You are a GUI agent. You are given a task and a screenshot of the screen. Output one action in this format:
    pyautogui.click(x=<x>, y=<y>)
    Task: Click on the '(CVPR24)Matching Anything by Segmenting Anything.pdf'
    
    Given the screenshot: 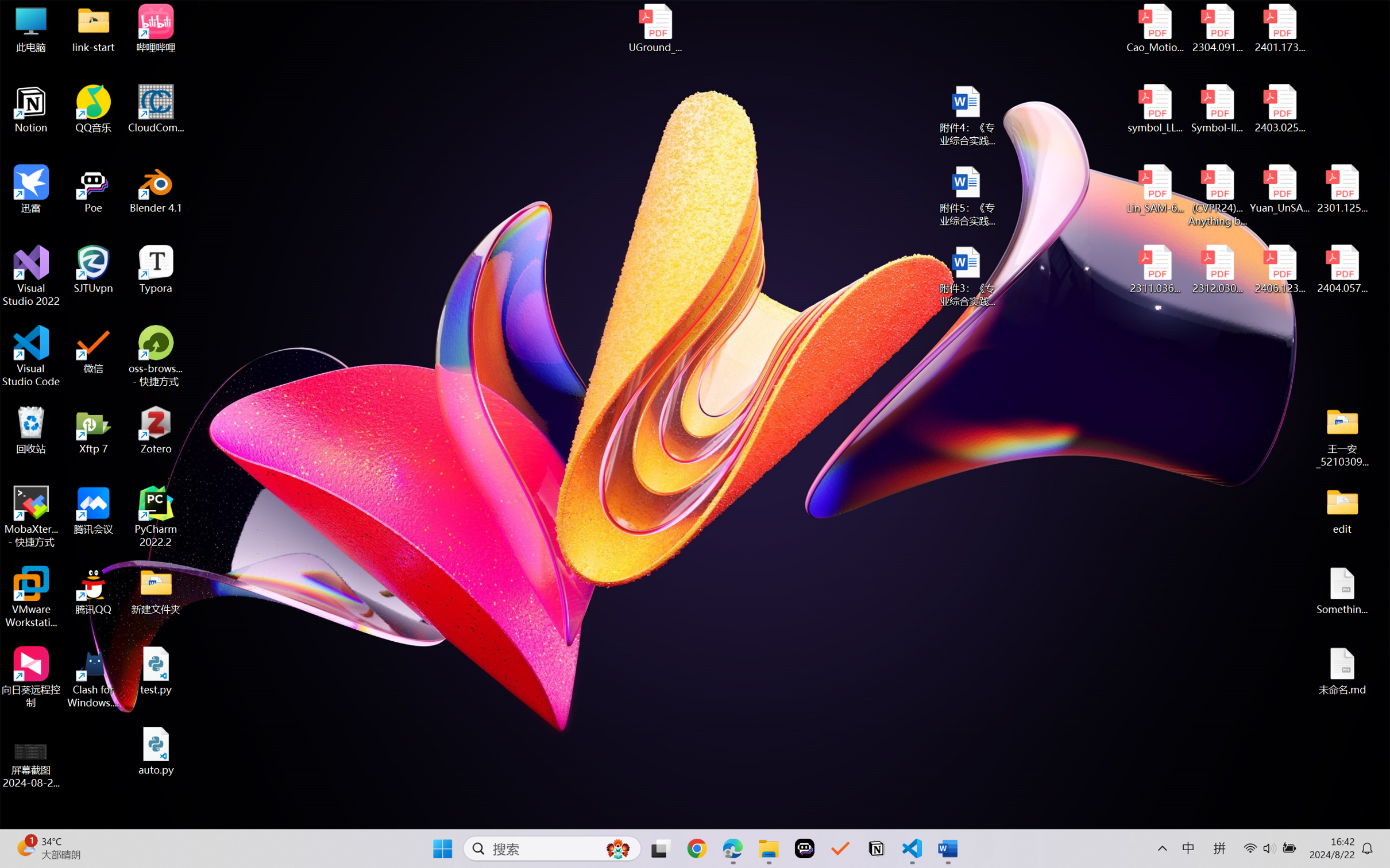 What is the action you would take?
    pyautogui.click(x=1217, y=195)
    